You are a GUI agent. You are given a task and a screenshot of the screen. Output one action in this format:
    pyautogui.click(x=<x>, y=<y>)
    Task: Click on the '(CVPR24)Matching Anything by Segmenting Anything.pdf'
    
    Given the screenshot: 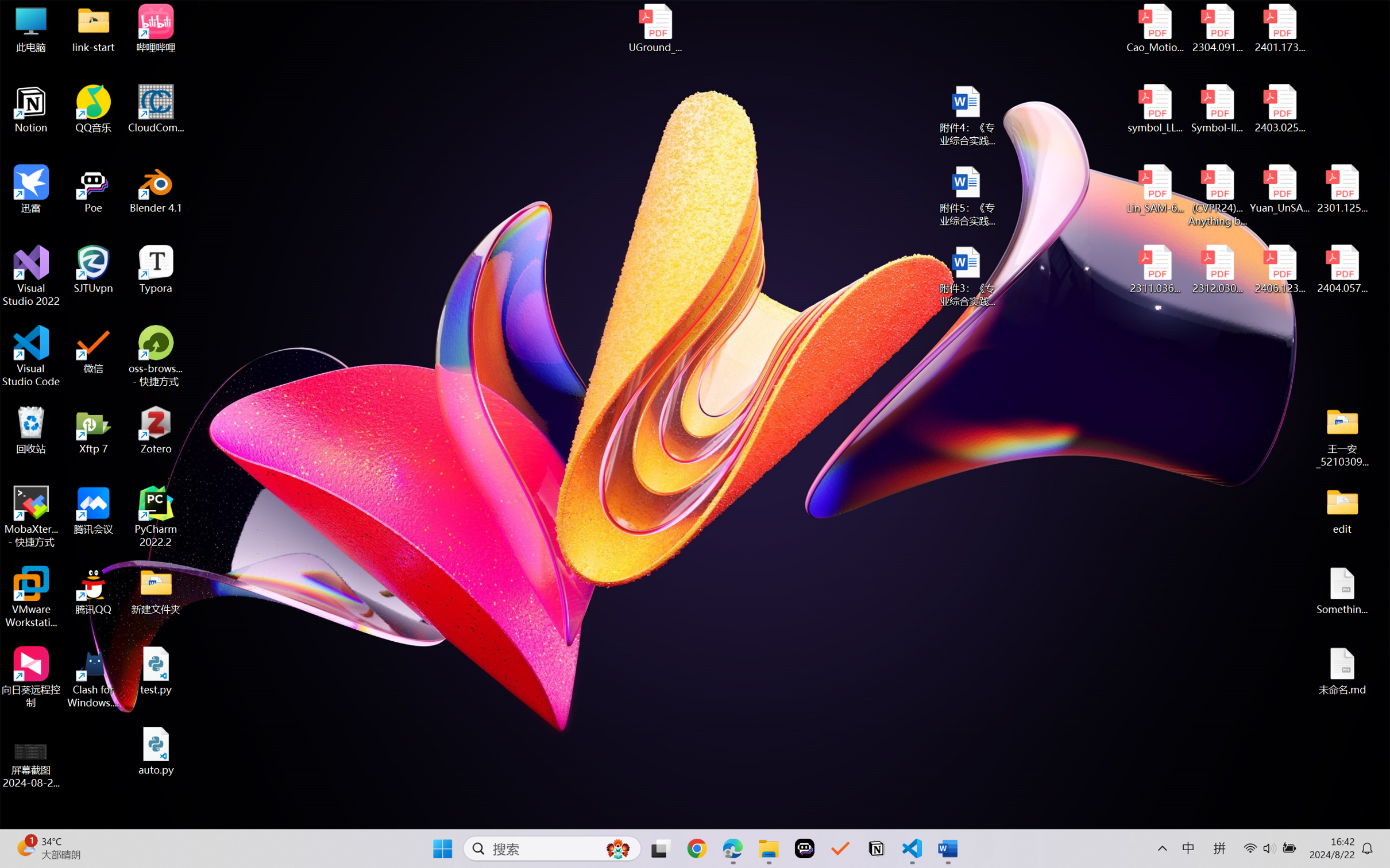 What is the action you would take?
    pyautogui.click(x=1217, y=195)
    